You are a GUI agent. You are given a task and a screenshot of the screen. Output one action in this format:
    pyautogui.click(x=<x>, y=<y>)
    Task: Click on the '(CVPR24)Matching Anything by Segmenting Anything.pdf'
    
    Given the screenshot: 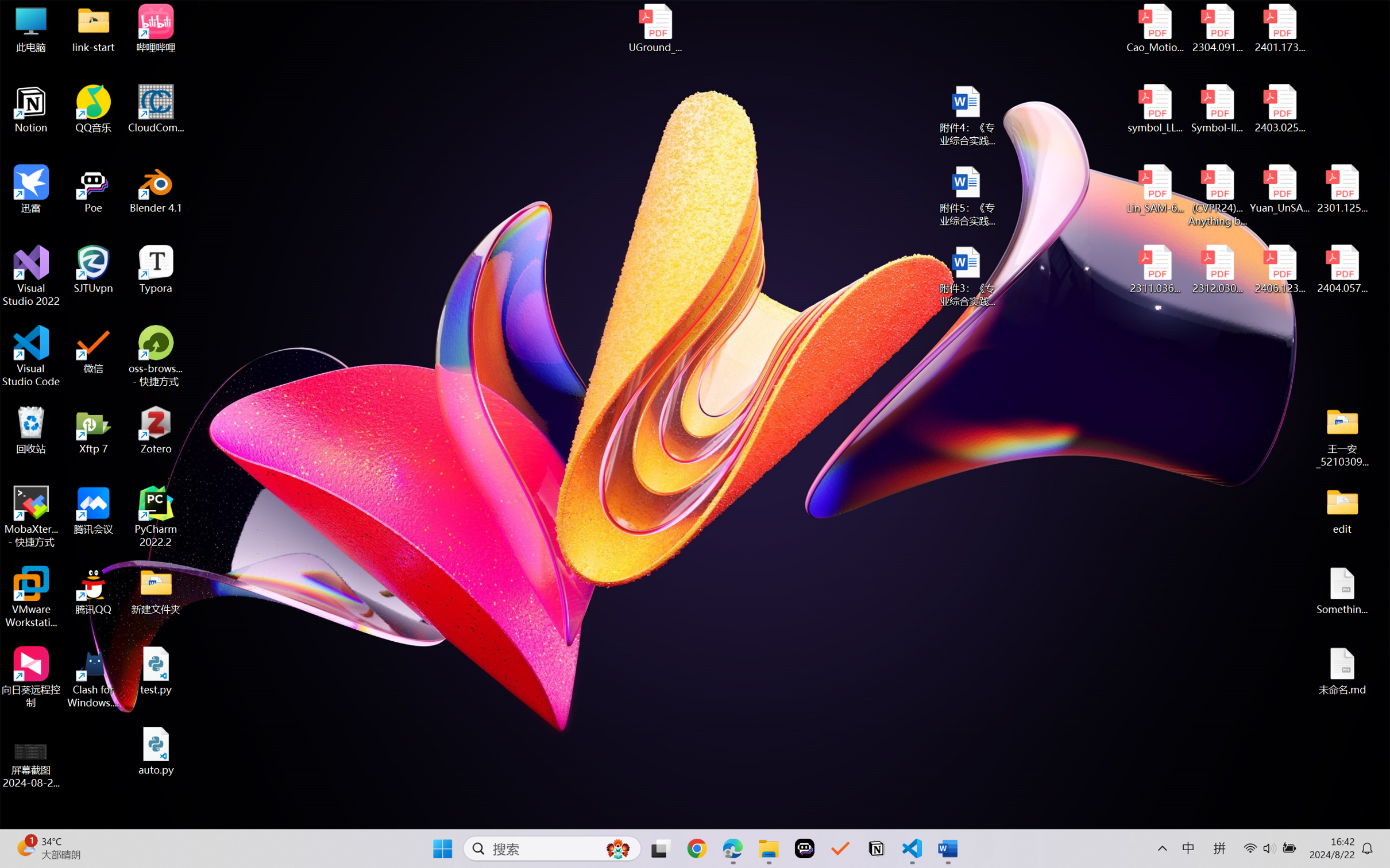 What is the action you would take?
    pyautogui.click(x=1217, y=195)
    